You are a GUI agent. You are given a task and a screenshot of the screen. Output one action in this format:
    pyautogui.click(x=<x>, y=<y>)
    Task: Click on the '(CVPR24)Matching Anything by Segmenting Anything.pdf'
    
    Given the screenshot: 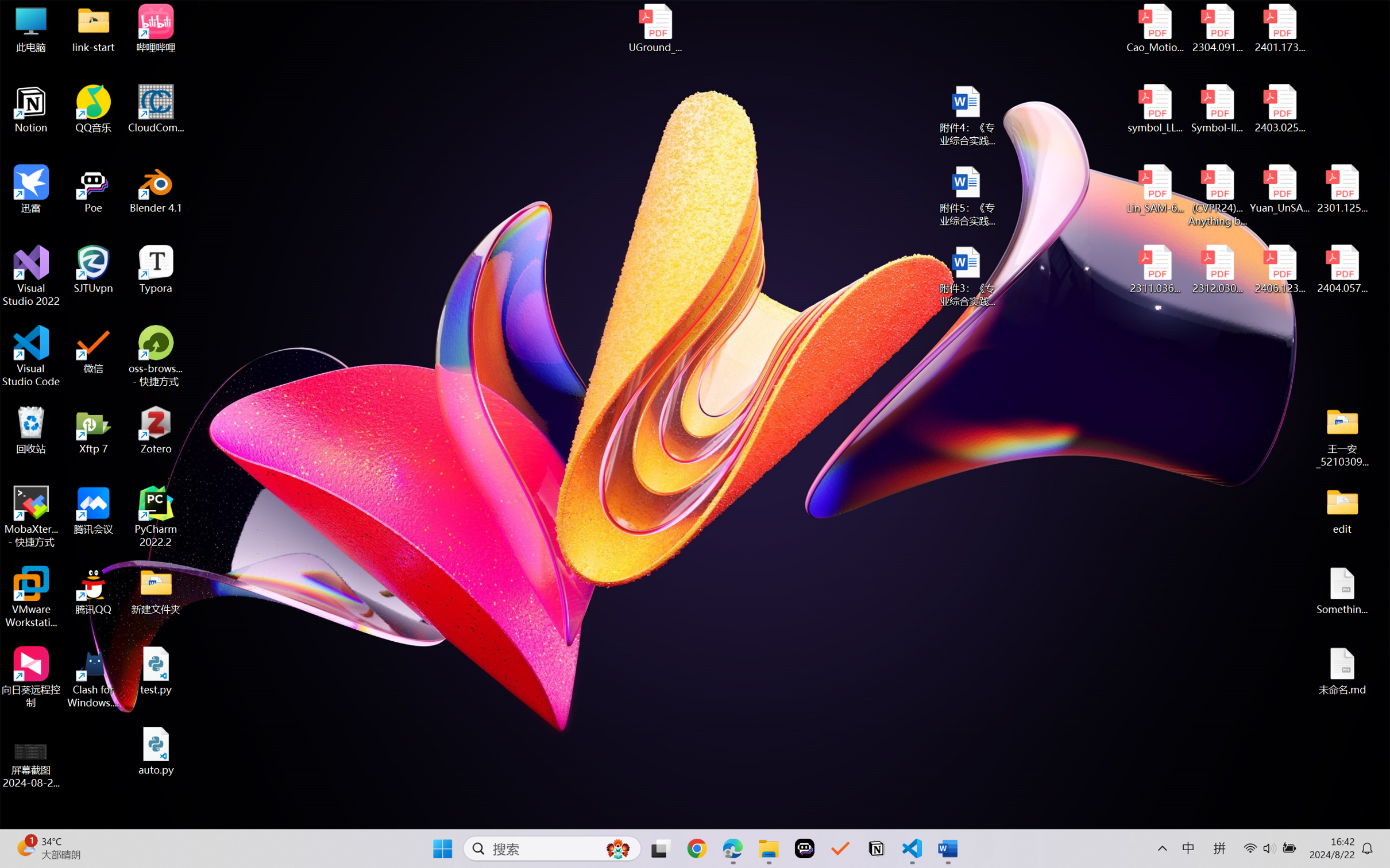 What is the action you would take?
    pyautogui.click(x=1217, y=195)
    